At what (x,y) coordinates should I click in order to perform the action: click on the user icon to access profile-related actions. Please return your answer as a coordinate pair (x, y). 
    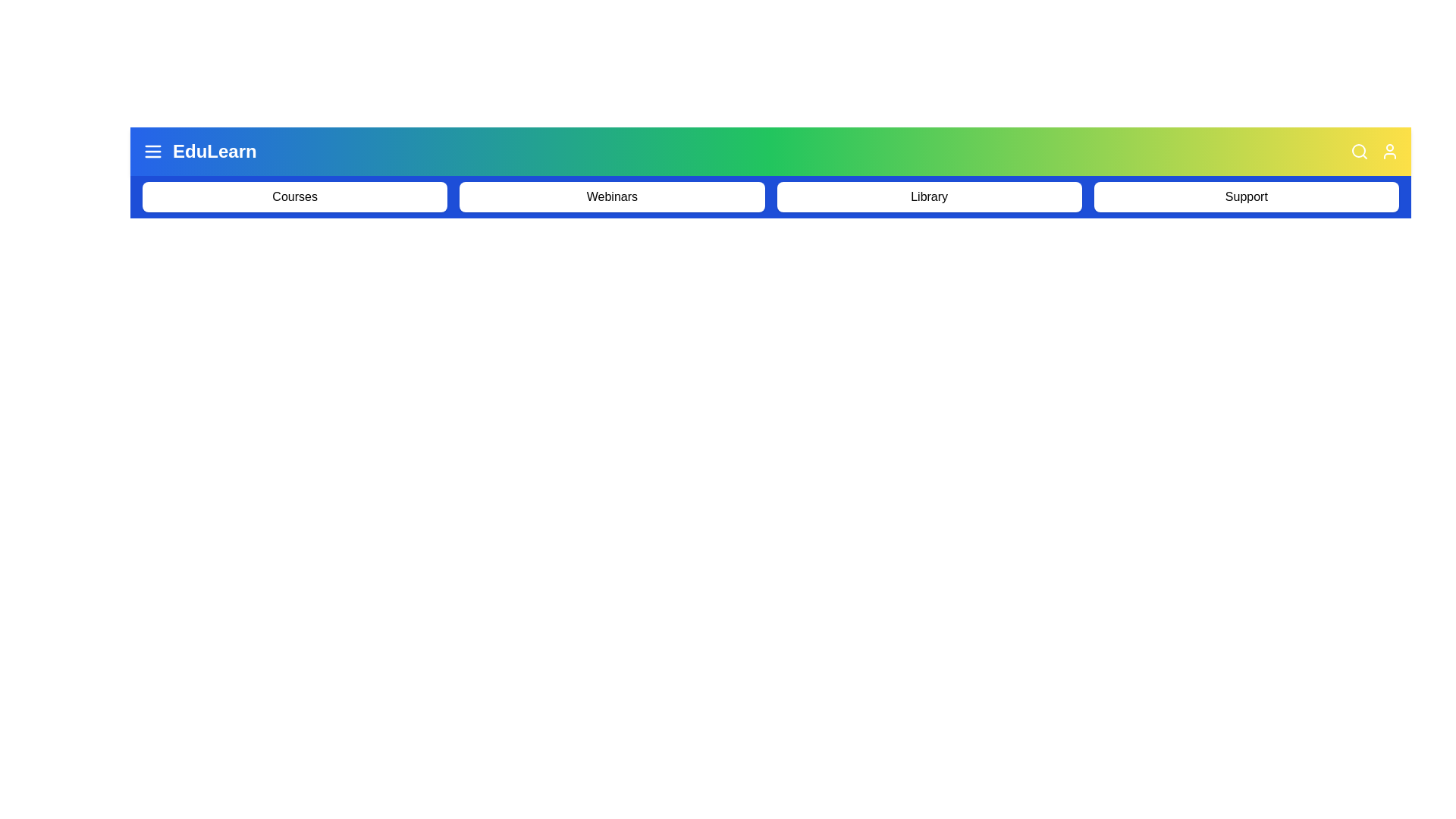
    Looking at the image, I should click on (1390, 152).